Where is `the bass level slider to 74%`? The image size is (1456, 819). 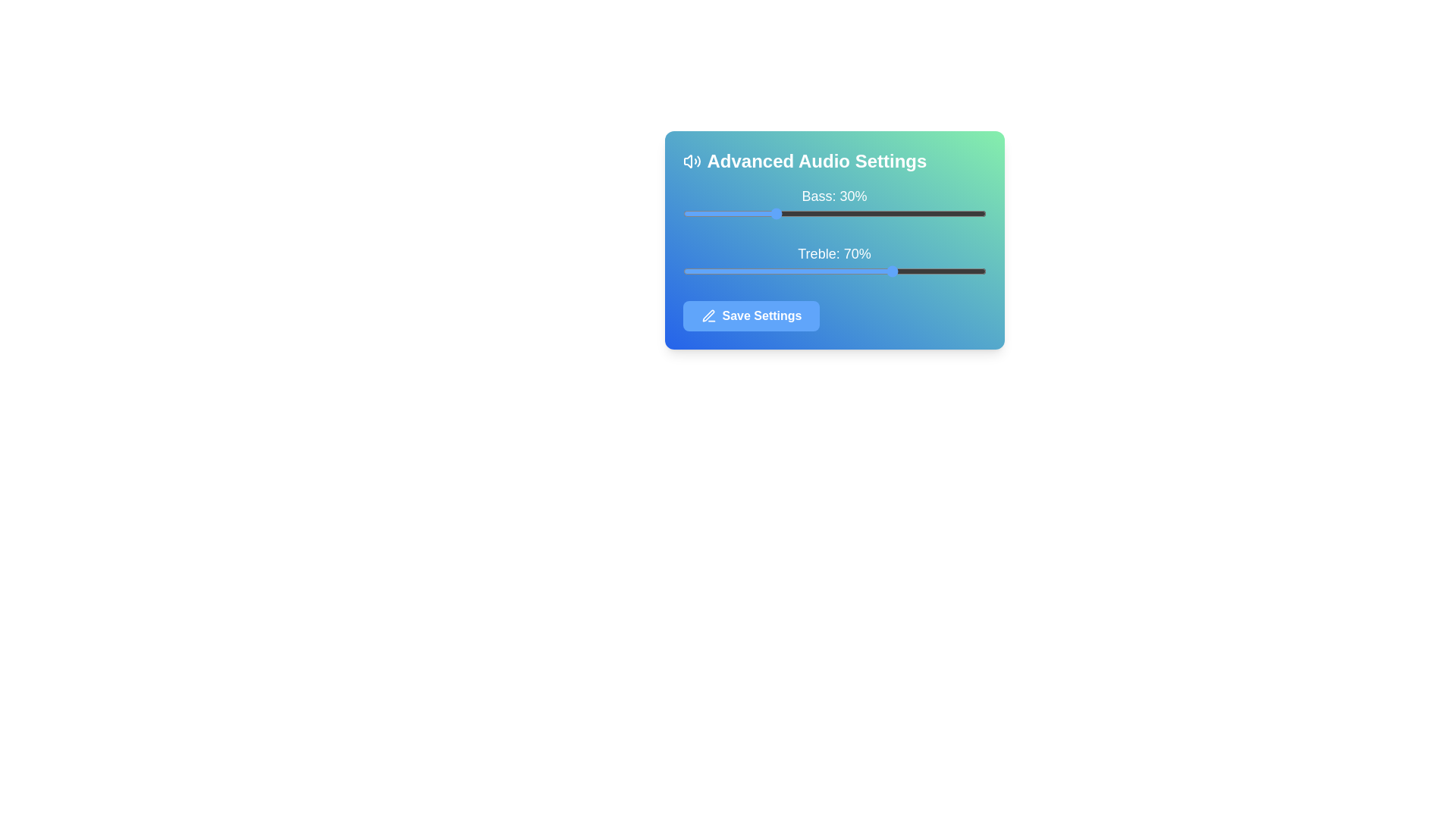
the bass level slider to 74% is located at coordinates (907, 213).